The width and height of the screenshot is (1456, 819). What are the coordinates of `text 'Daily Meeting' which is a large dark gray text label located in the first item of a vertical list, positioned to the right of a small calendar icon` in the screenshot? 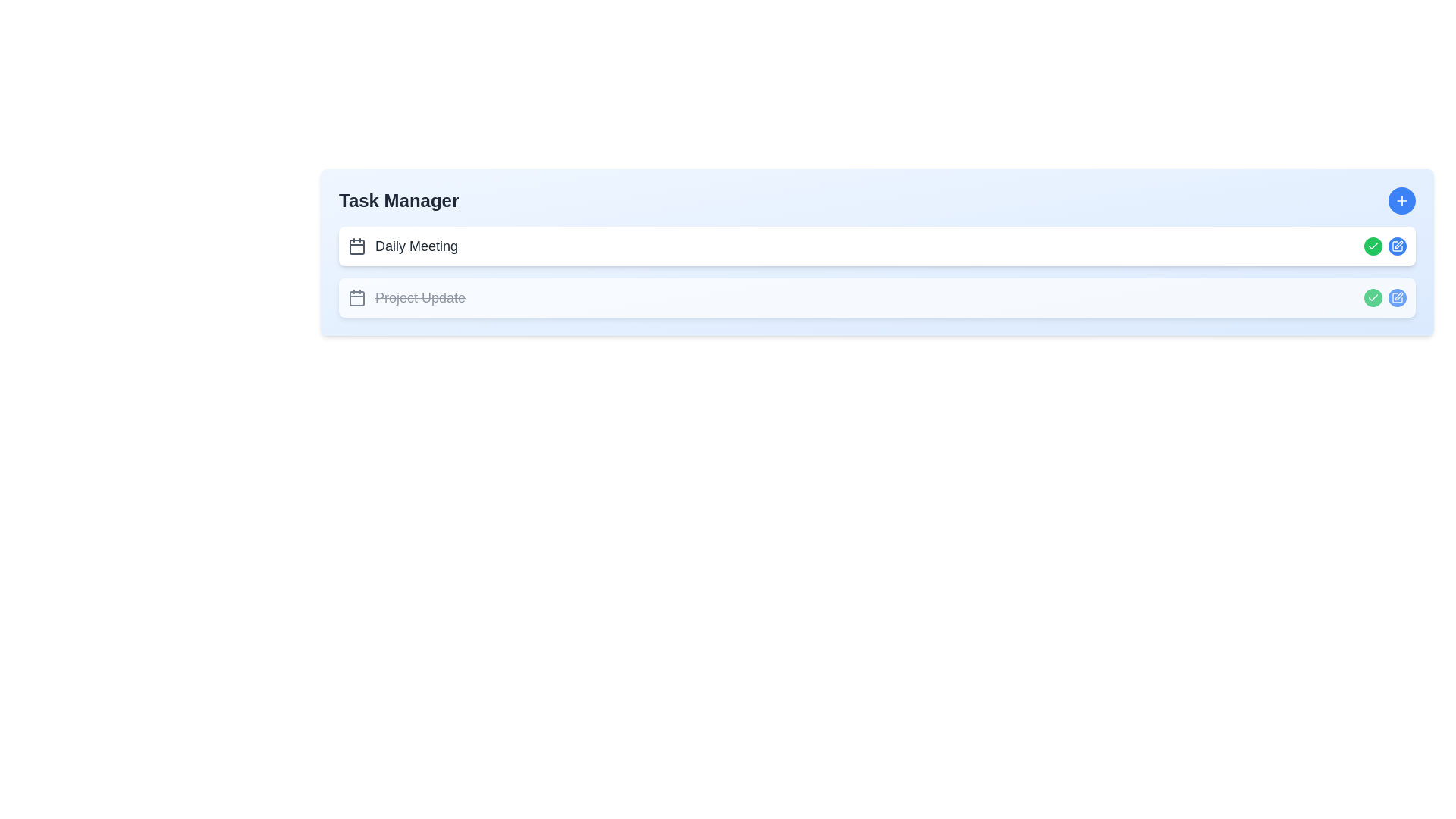 It's located at (416, 245).